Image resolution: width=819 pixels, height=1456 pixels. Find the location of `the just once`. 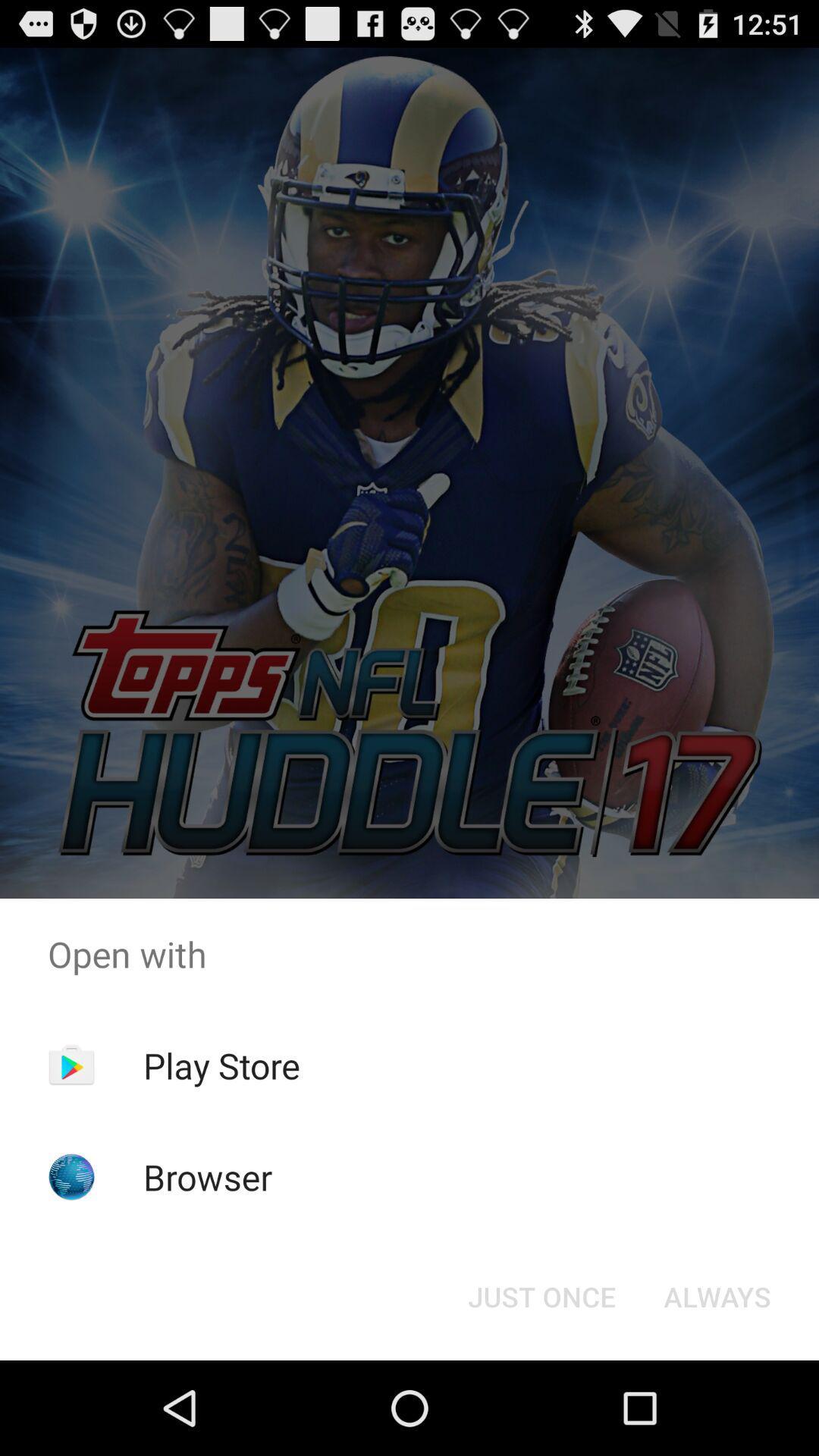

the just once is located at coordinates (541, 1295).